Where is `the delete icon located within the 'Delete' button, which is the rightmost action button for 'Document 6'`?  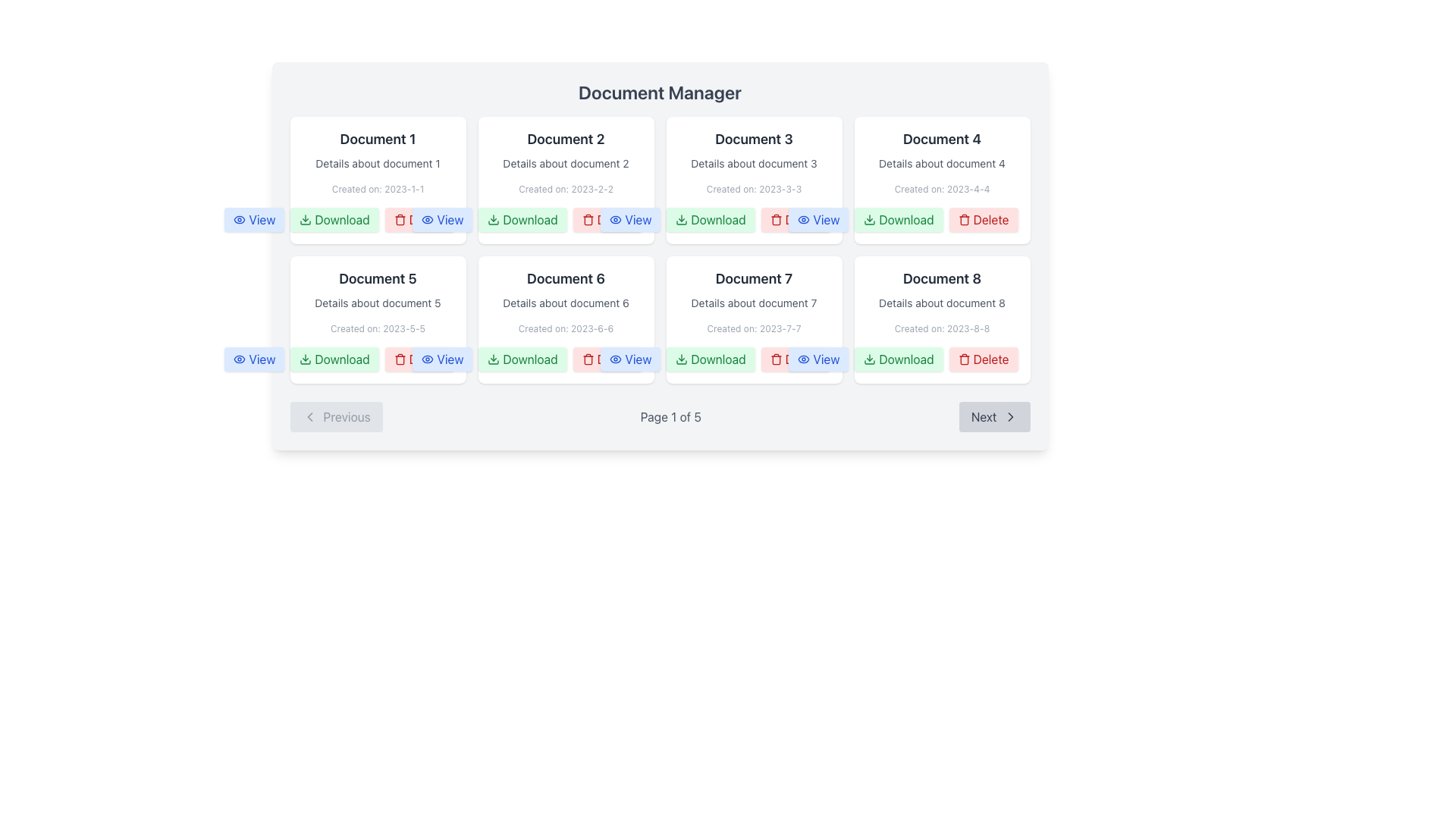 the delete icon located within the 'Delete' button, which is the rightmost action button for 'Document 6' is located at coordinates (587, 359).